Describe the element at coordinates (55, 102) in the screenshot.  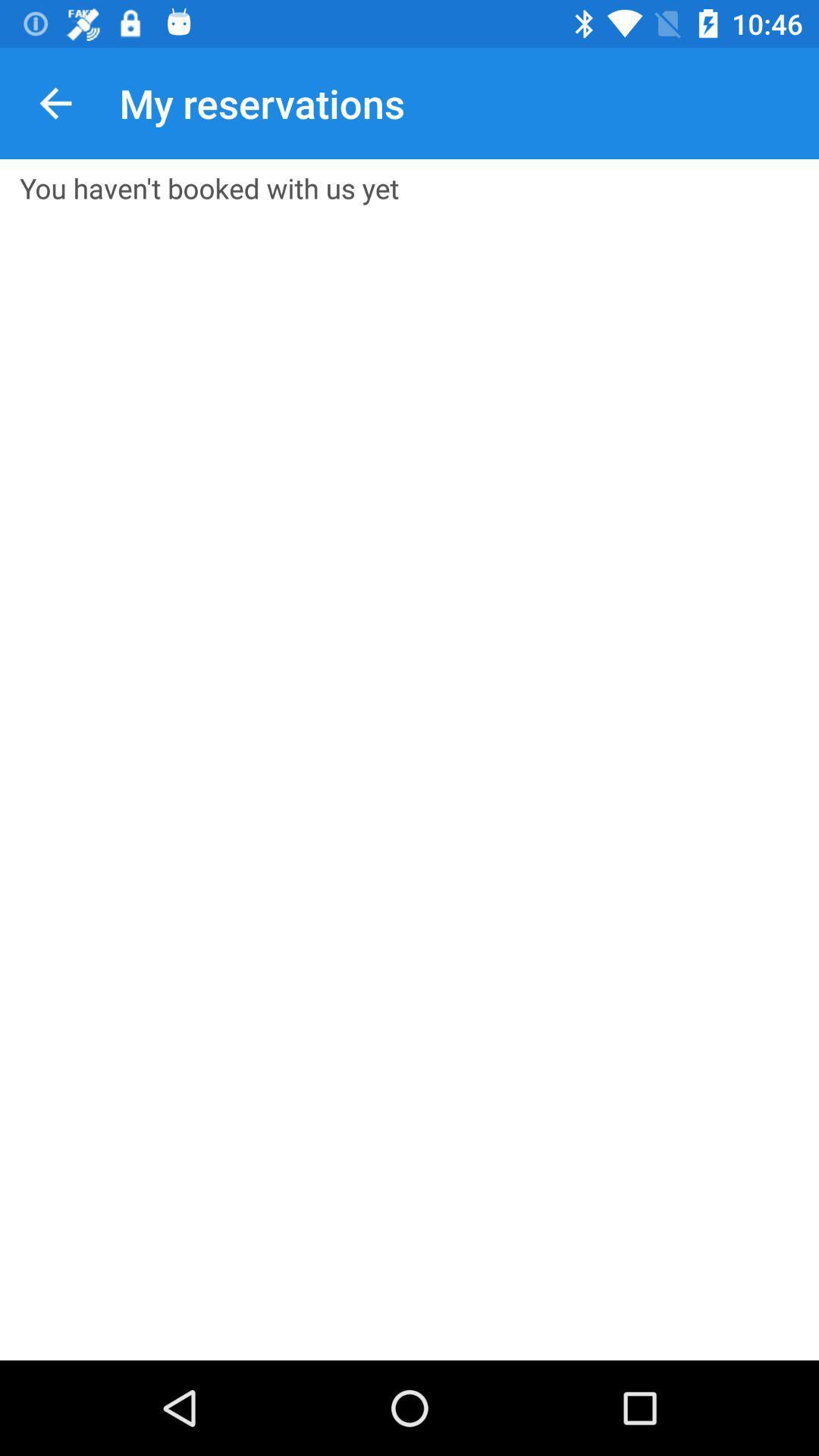
I see `the item above the you haven t item` at that location.